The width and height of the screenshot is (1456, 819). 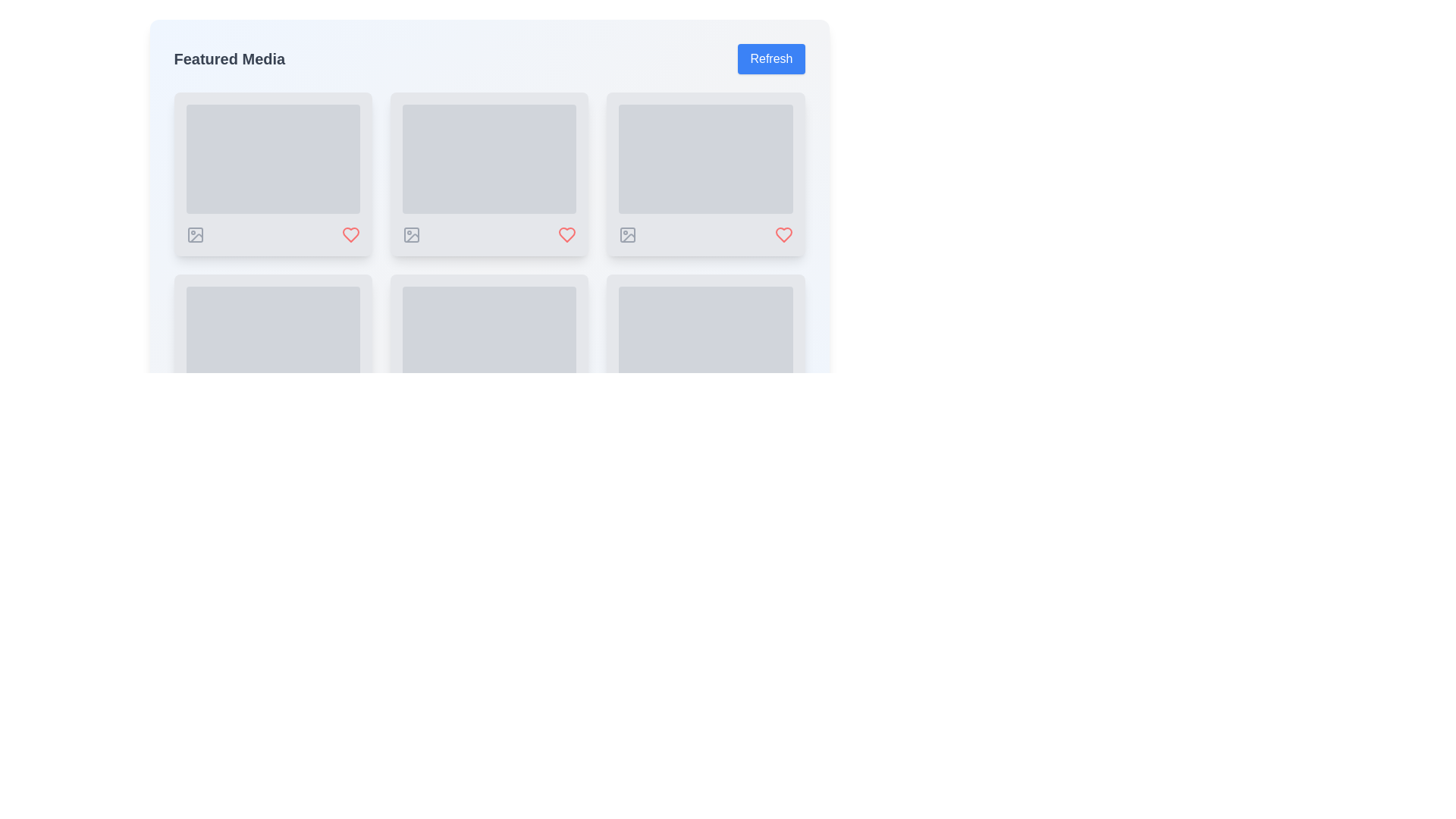 What do you see at coordinates (350, 234) in the screenshot?
I see `the heart-shaped icon toggle button` at bounding box center [350, 234].